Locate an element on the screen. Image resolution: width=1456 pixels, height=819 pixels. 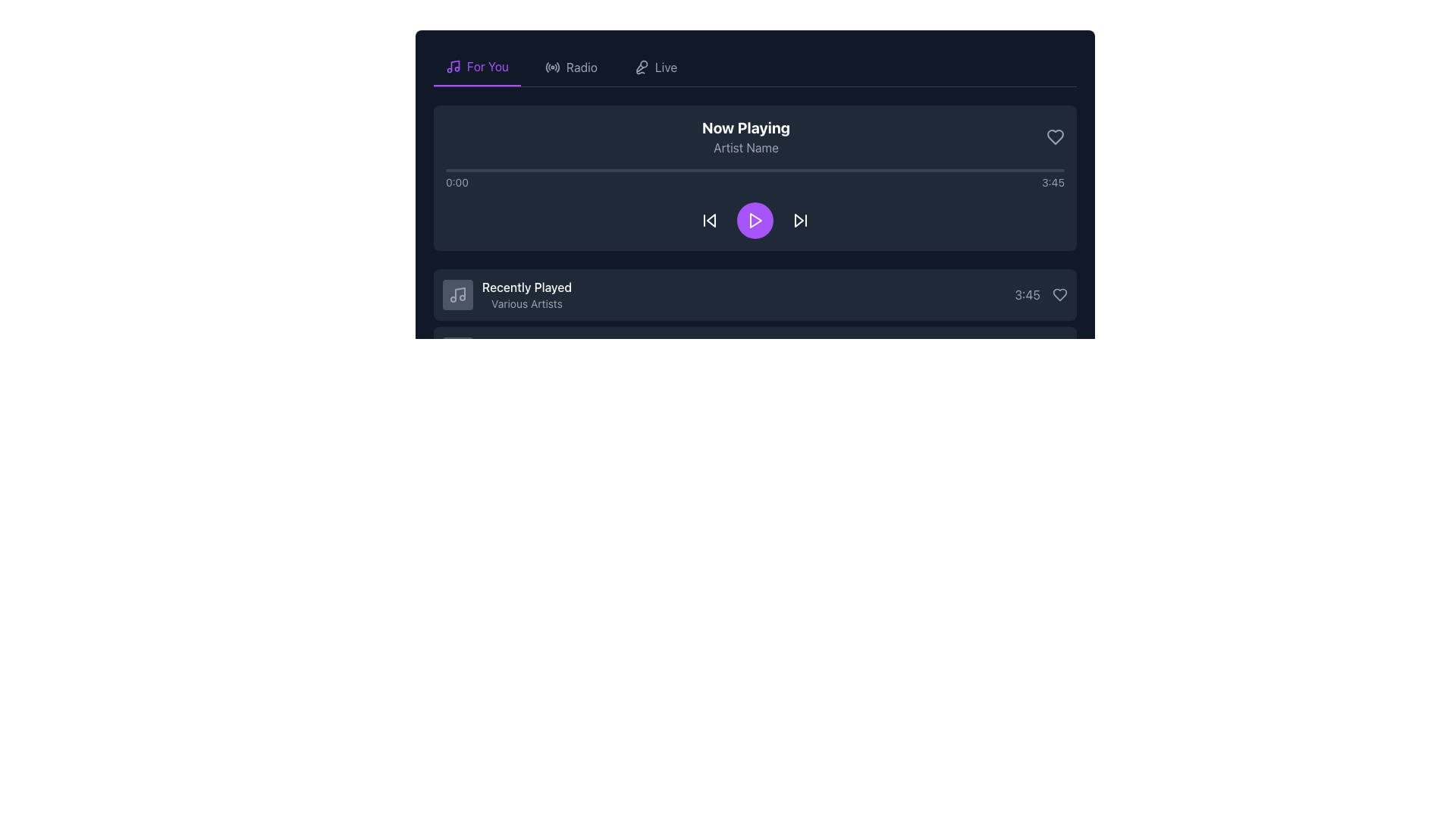
the leftmost icon button in the playback control section to skip to the previous track is located at coordinates (710, 220).